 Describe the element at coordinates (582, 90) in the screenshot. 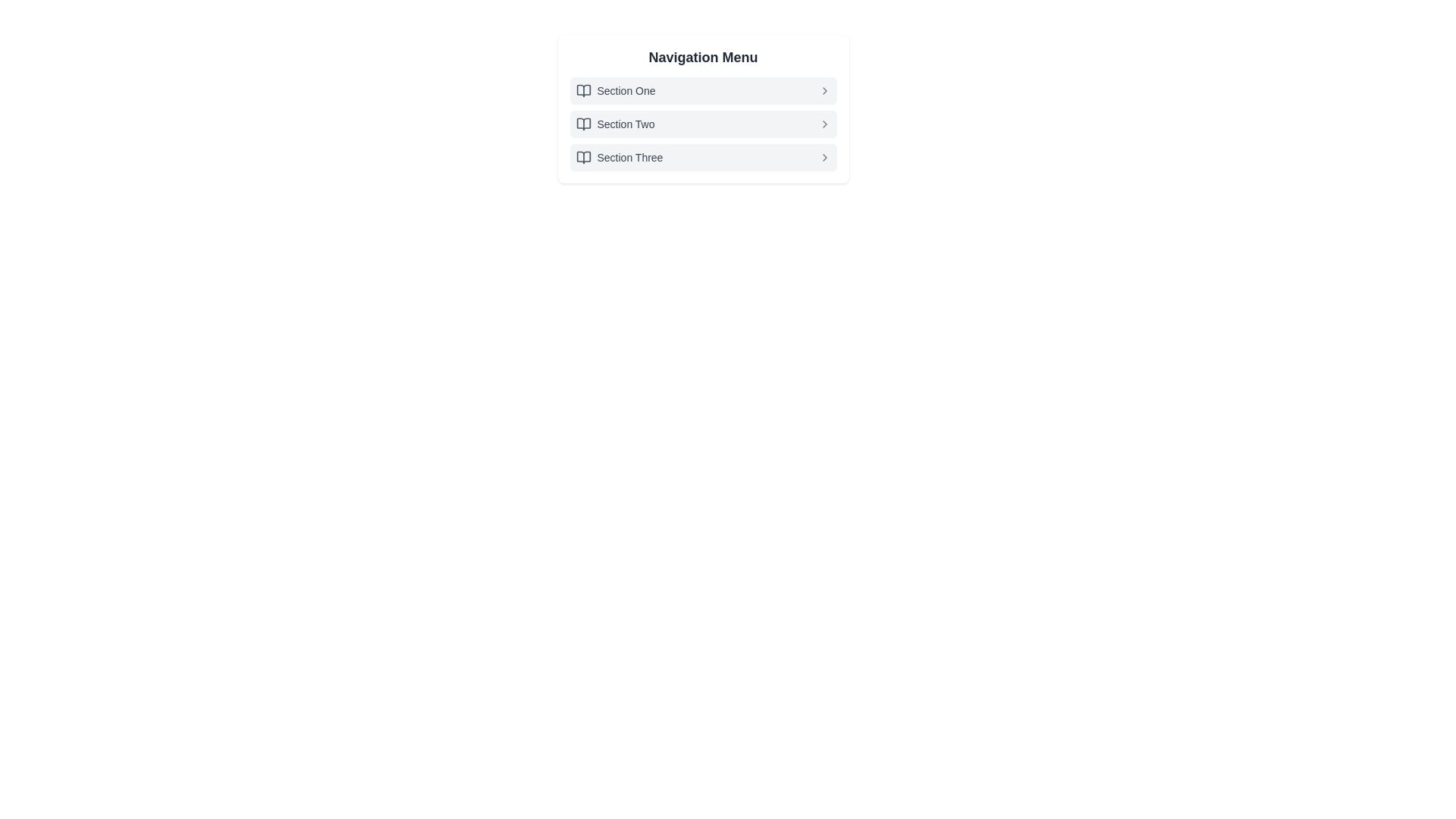

I see `the book icon (SVG) located on the left side of 'Section One' in the navigation menu, which serves as a visual identifier for that section` at that location.